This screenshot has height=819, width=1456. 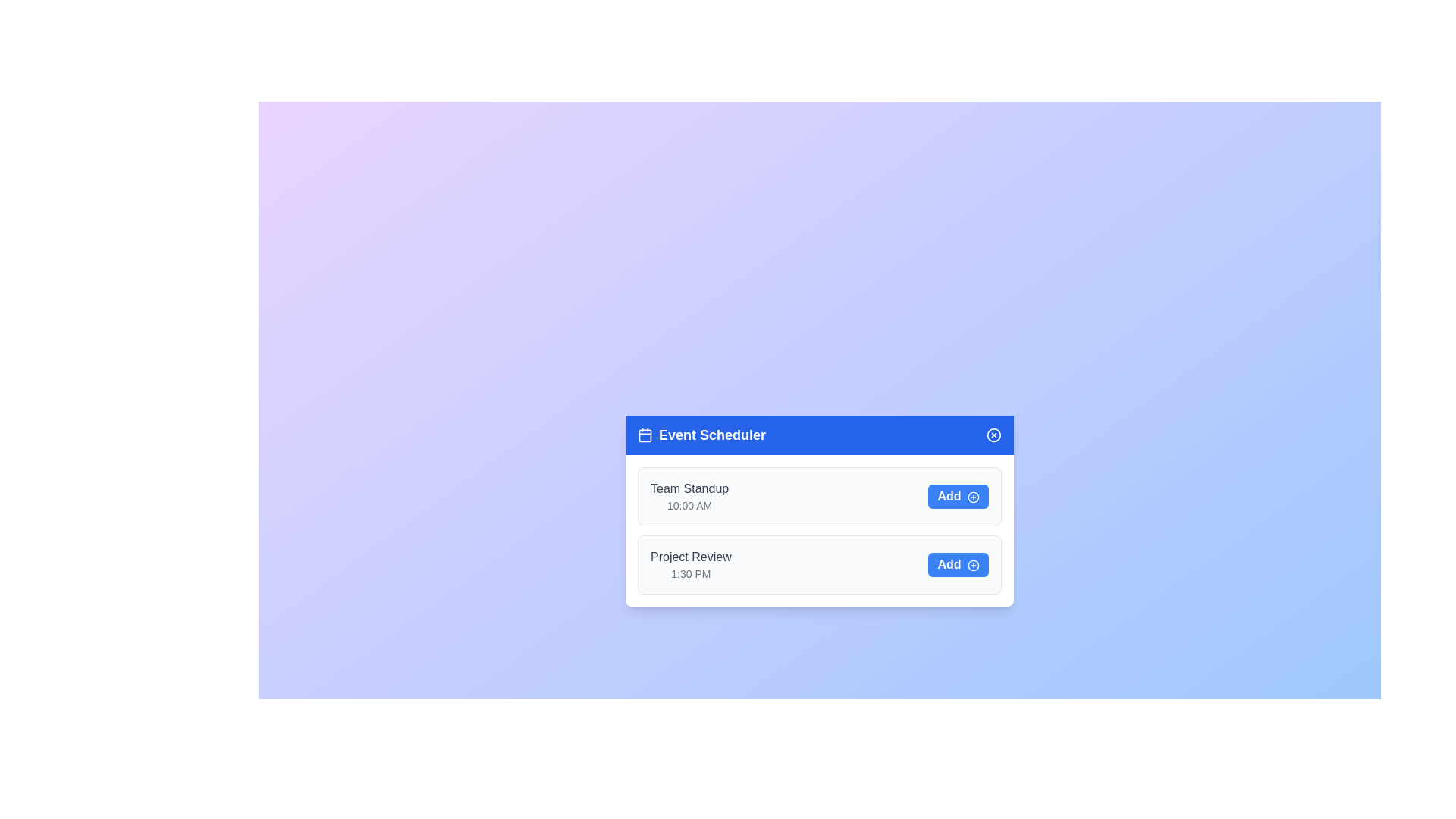 What do you see at coordinates (957, 497) in the screenshot?
I see `the 'Add' button for the event titled 'Team Standup'` at bounding box center [957, 497].